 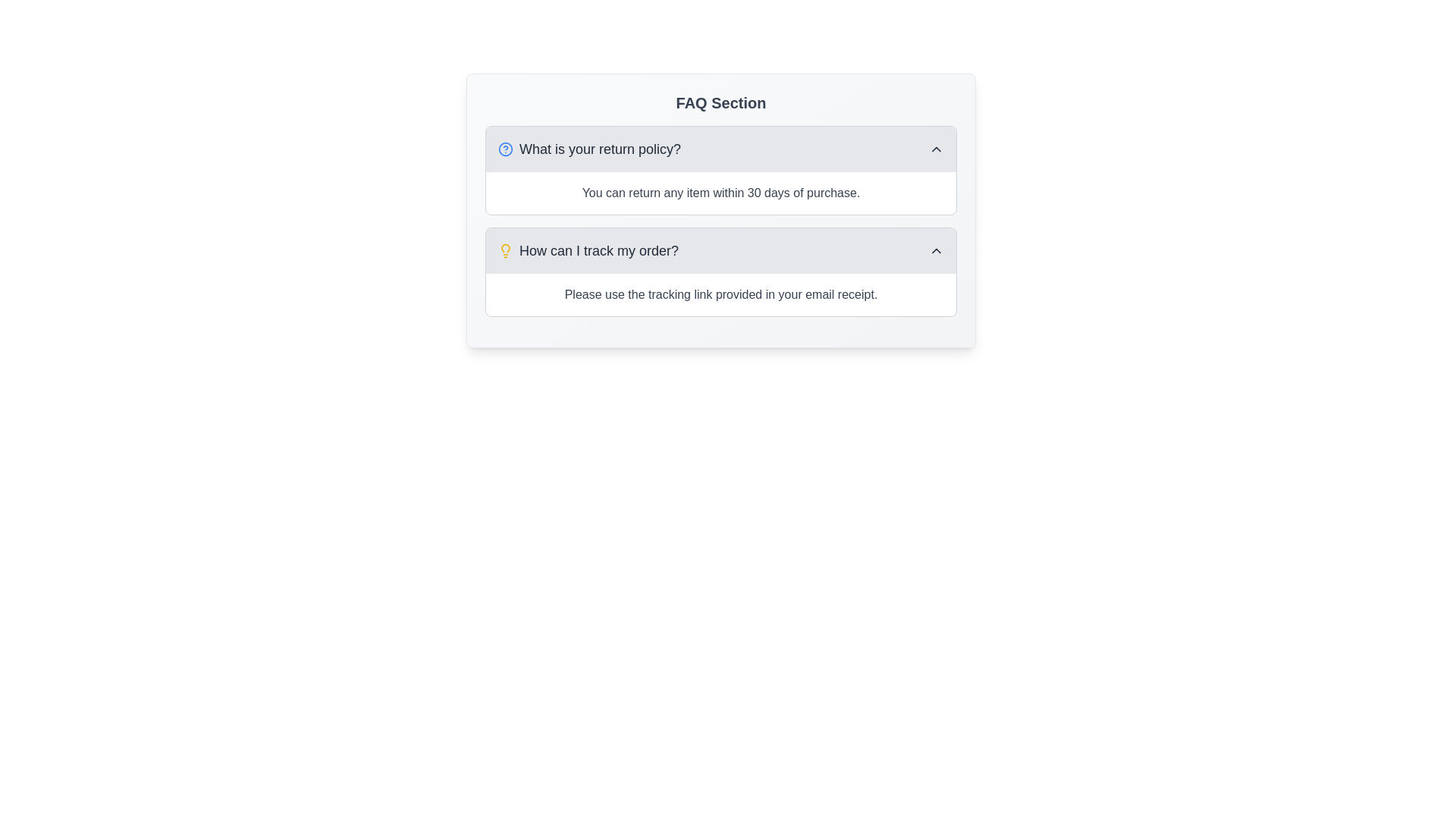 I want to click on the static text content displaying a message in gray text, located beneath the header 'How can I track my order?', so click(x=720, y=295).